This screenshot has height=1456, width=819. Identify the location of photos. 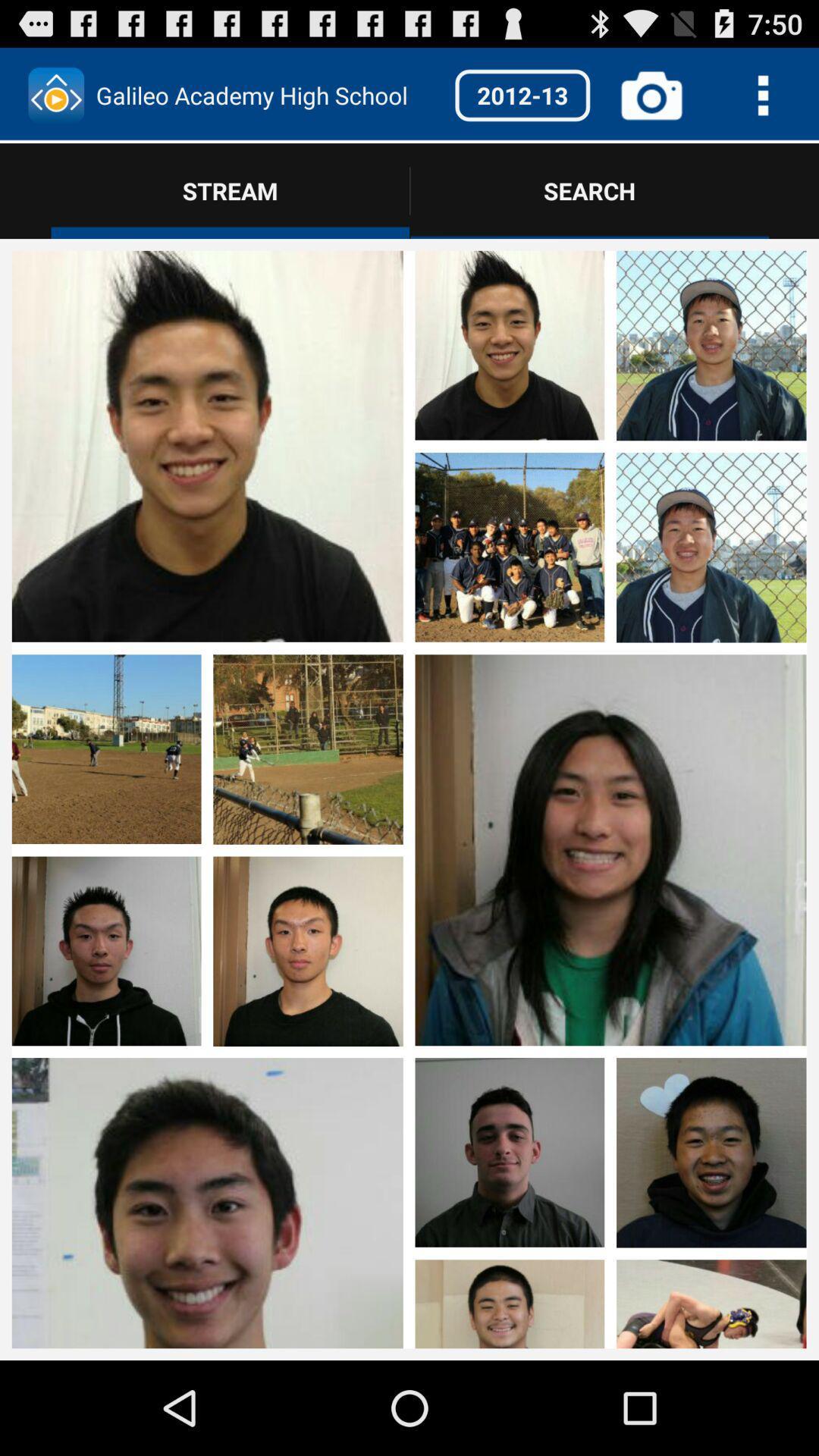
(610, 447).